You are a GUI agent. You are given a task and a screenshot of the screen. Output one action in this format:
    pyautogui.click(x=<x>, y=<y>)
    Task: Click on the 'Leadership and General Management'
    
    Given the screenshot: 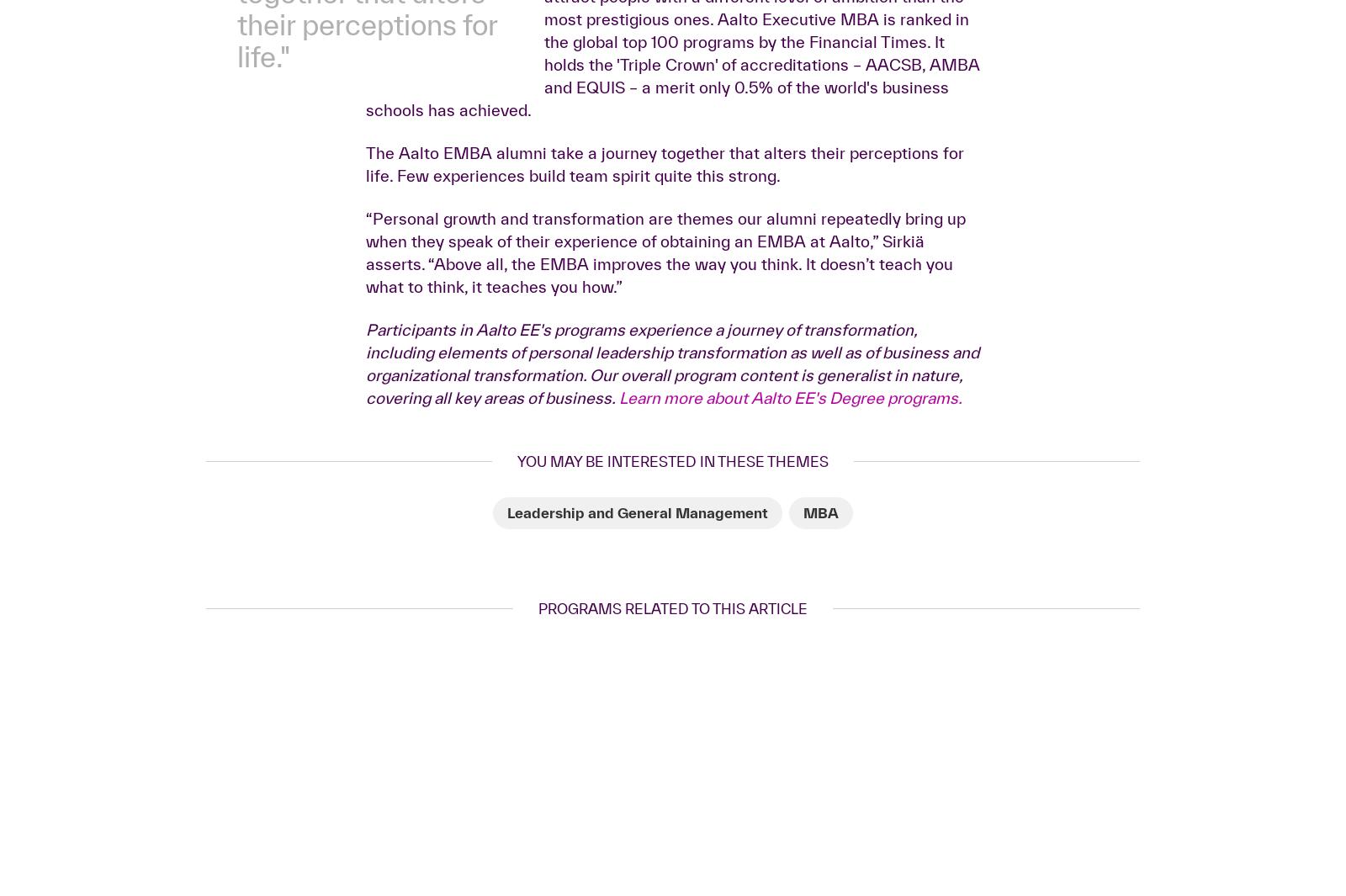 What is the action you would take?
    pyautogui.click(x=638, y=777)
    